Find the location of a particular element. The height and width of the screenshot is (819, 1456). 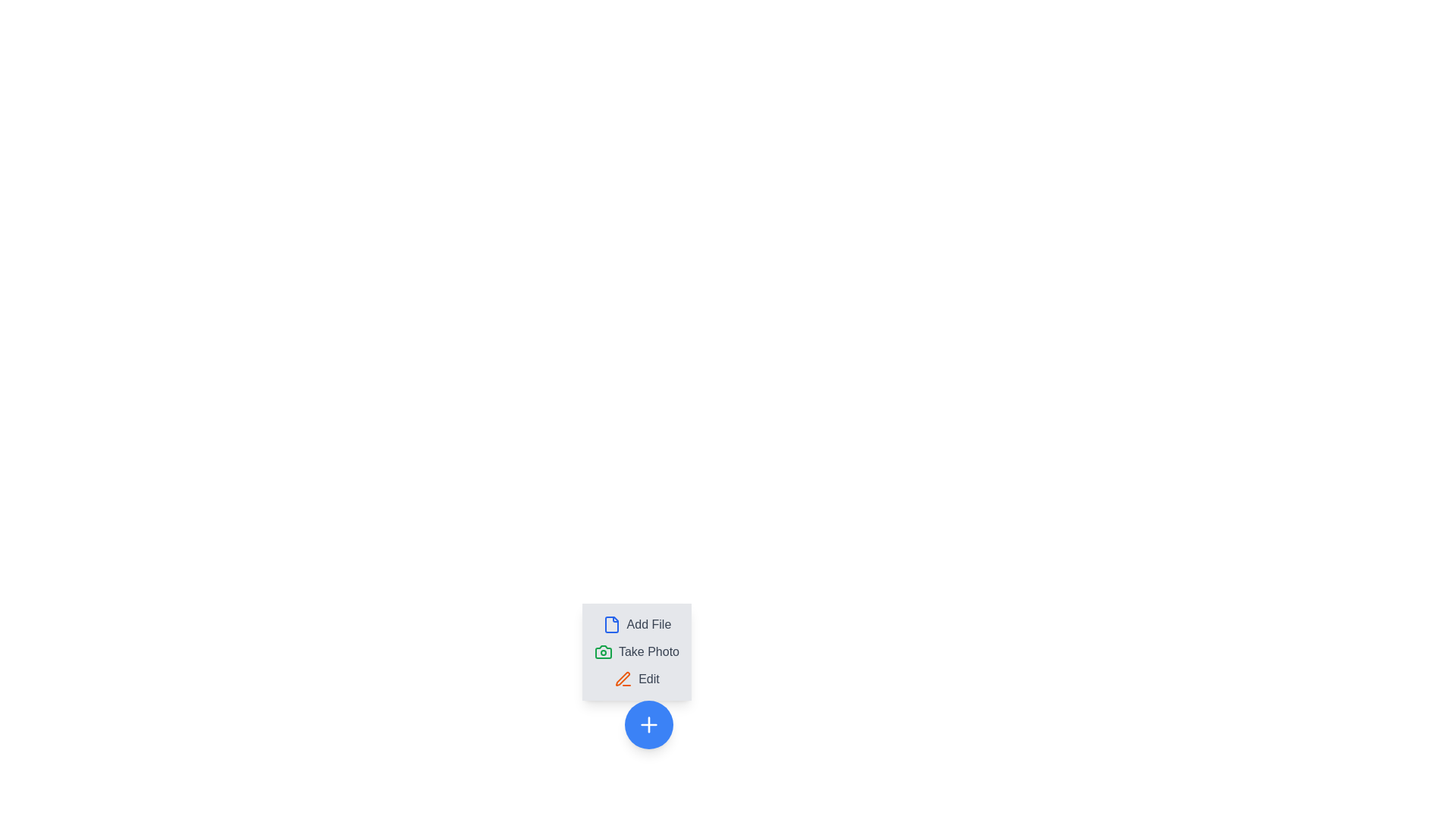

the blue file icon located at the start of the horizontal layout next to the 'Add File' label is located at coordinates (611, 625).